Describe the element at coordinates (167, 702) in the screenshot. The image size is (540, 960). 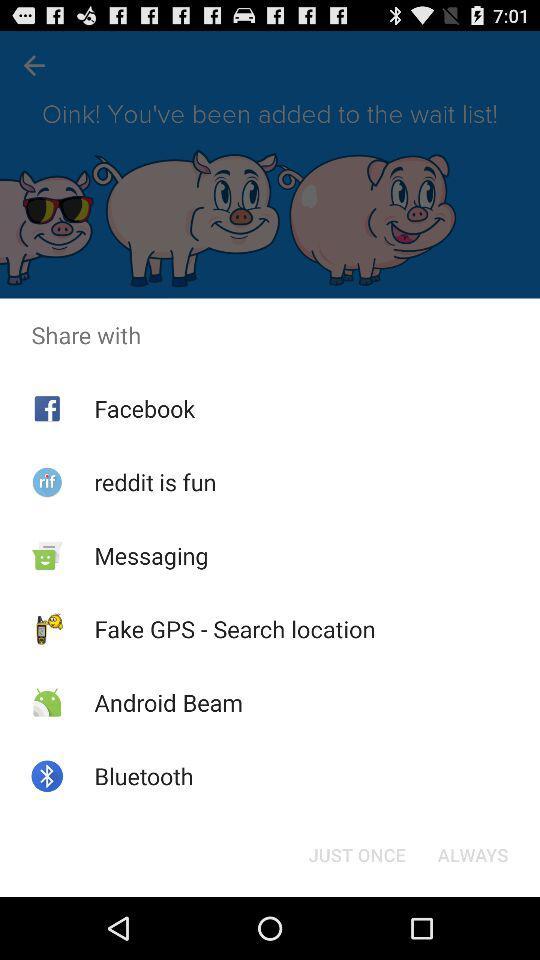
I see `the app below the fake gps search` at that location.